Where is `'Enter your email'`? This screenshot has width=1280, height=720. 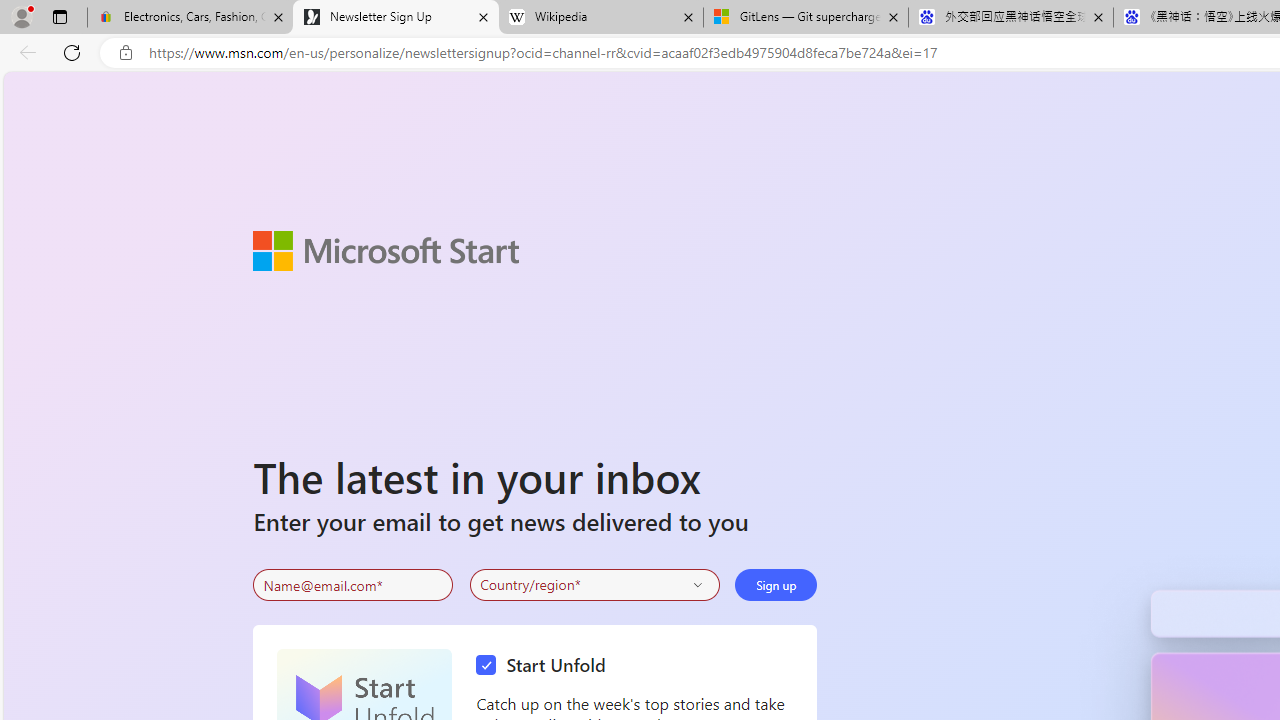 'Enter your email' is located at coordinates (353, 585).